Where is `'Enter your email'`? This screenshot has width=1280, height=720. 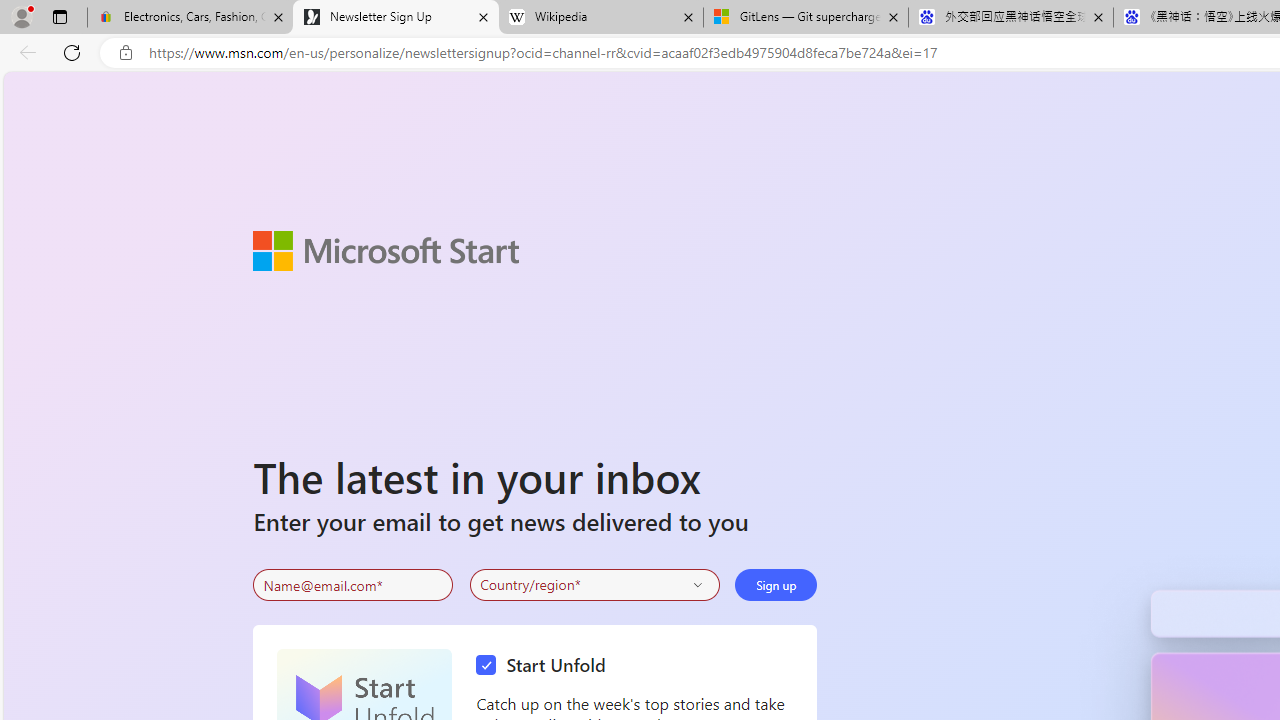 'Enter your email' is located at coordinates (353, 585).